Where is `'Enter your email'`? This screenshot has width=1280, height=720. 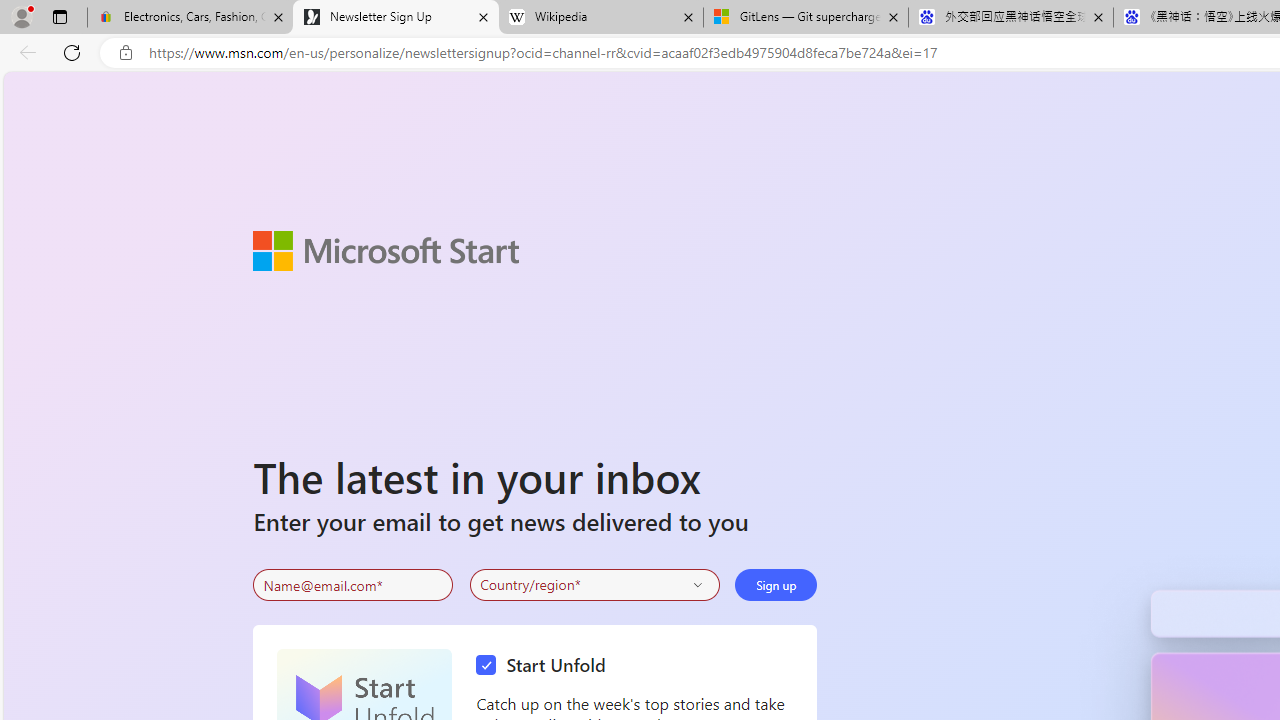 'Enter your email' is located at coordinates (353, 585).